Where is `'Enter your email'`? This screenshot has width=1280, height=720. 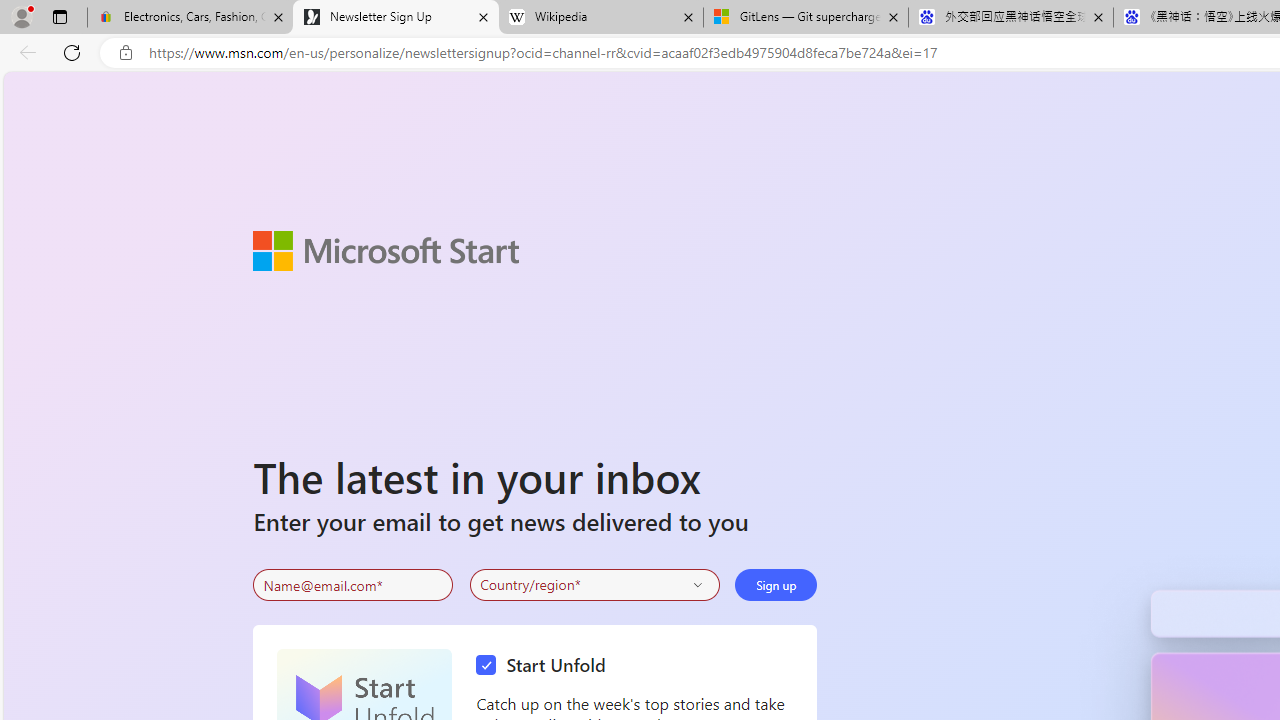 'Enter your email' is located at coordinates (353, 585).